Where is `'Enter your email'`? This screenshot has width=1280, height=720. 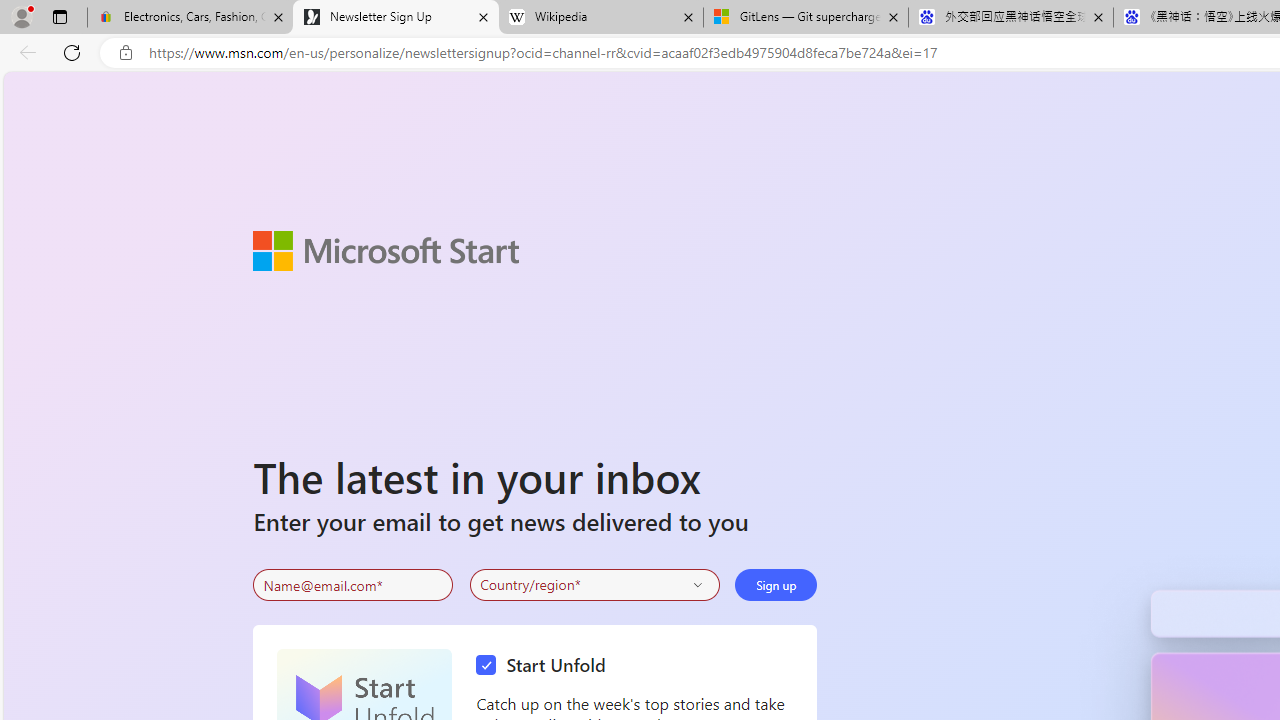 'Enter your email' is located at coordinates (353, 585).